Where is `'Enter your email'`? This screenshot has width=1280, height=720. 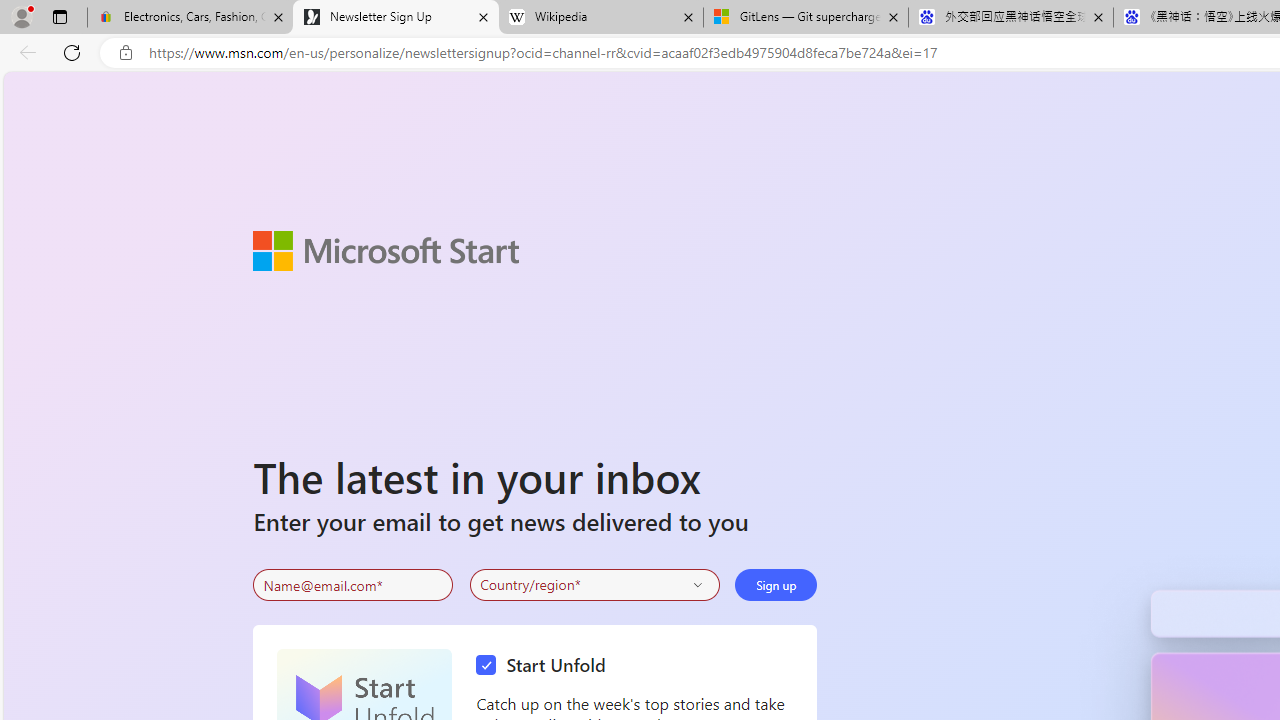 'Enter your email' is located at coordinates (353, 585).